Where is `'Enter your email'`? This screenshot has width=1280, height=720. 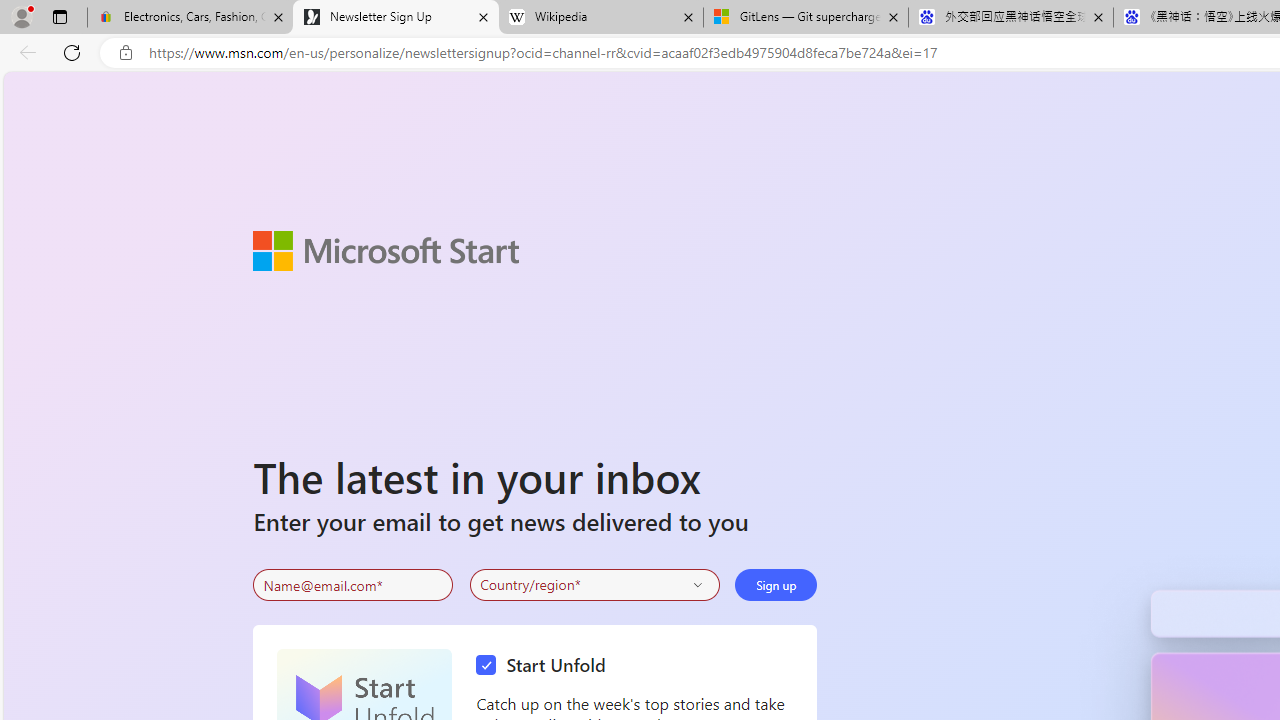 'Enter your email' is located at coordinates (353, 585).